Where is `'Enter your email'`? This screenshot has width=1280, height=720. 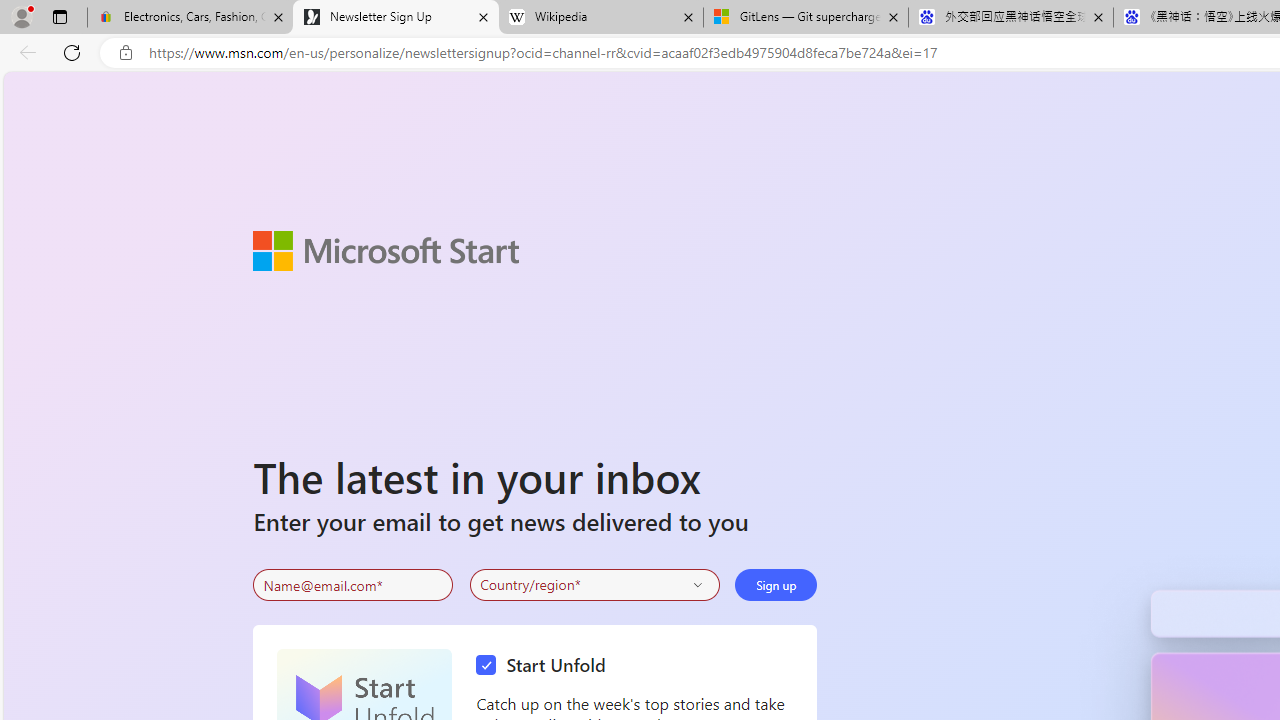 'Enter your email' is located at coordinates (353, 585).